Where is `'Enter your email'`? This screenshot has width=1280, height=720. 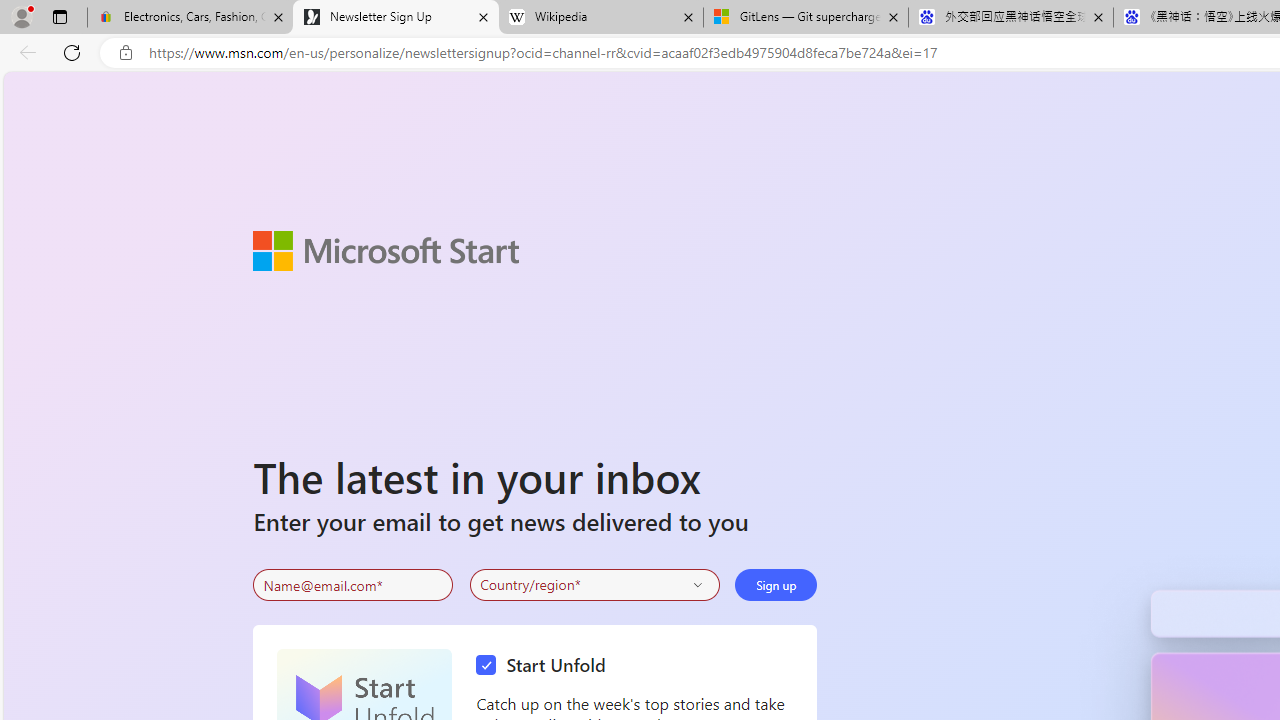 'Enter your email' is located at coordinates (353, 585).